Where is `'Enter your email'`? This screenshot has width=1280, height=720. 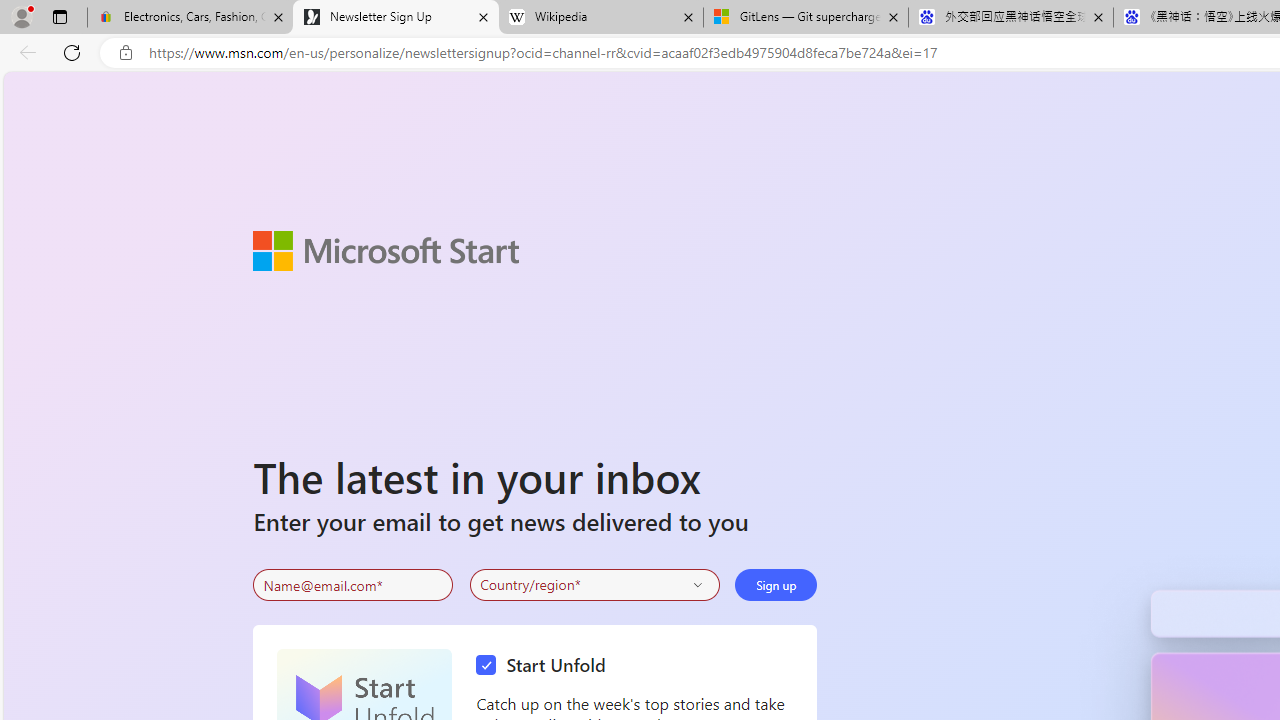 'Enter your email' is located at coordinates (353, 585).